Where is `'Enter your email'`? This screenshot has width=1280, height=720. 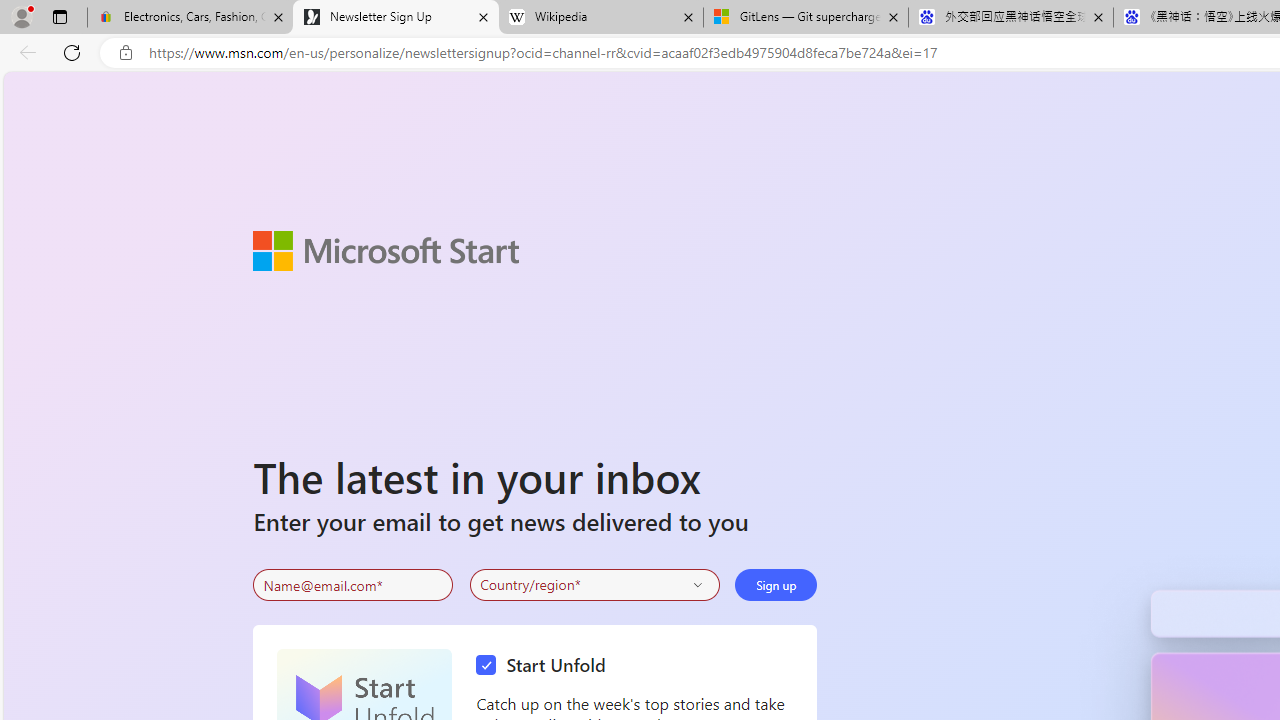 'Enter your email' is located at coordinates (353, 585).